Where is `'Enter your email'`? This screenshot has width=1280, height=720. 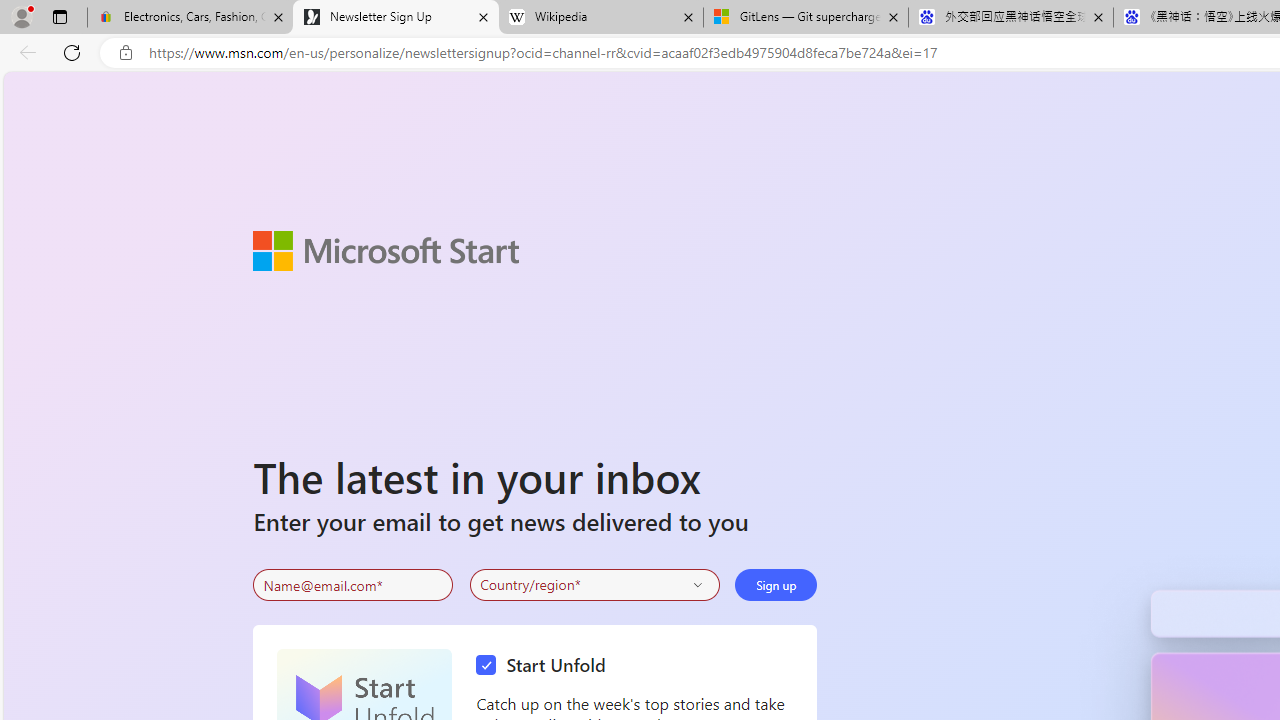 'Enter your email' is located at coordinates (353, 585).